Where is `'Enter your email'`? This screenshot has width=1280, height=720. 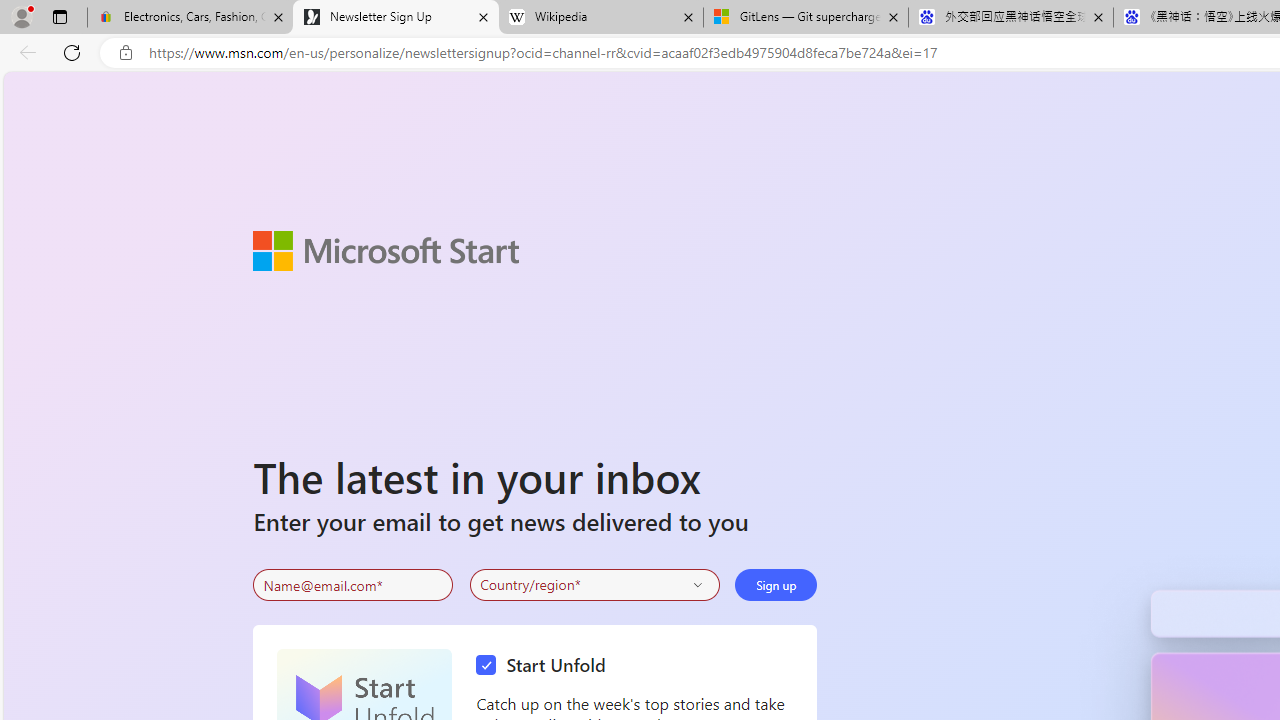 'Enter your email' is located at coordinates (353, 585).